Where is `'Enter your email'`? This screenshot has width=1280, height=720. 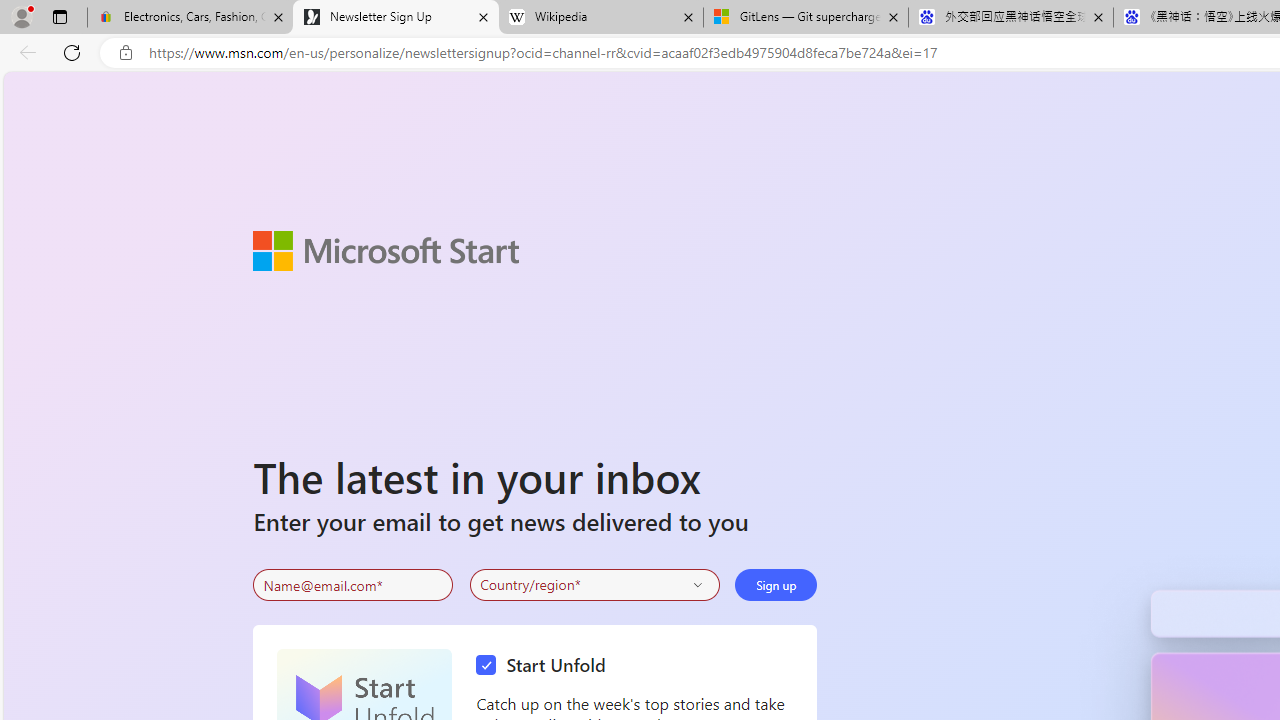 'Enter your email' is located at coordinates (353, 585).